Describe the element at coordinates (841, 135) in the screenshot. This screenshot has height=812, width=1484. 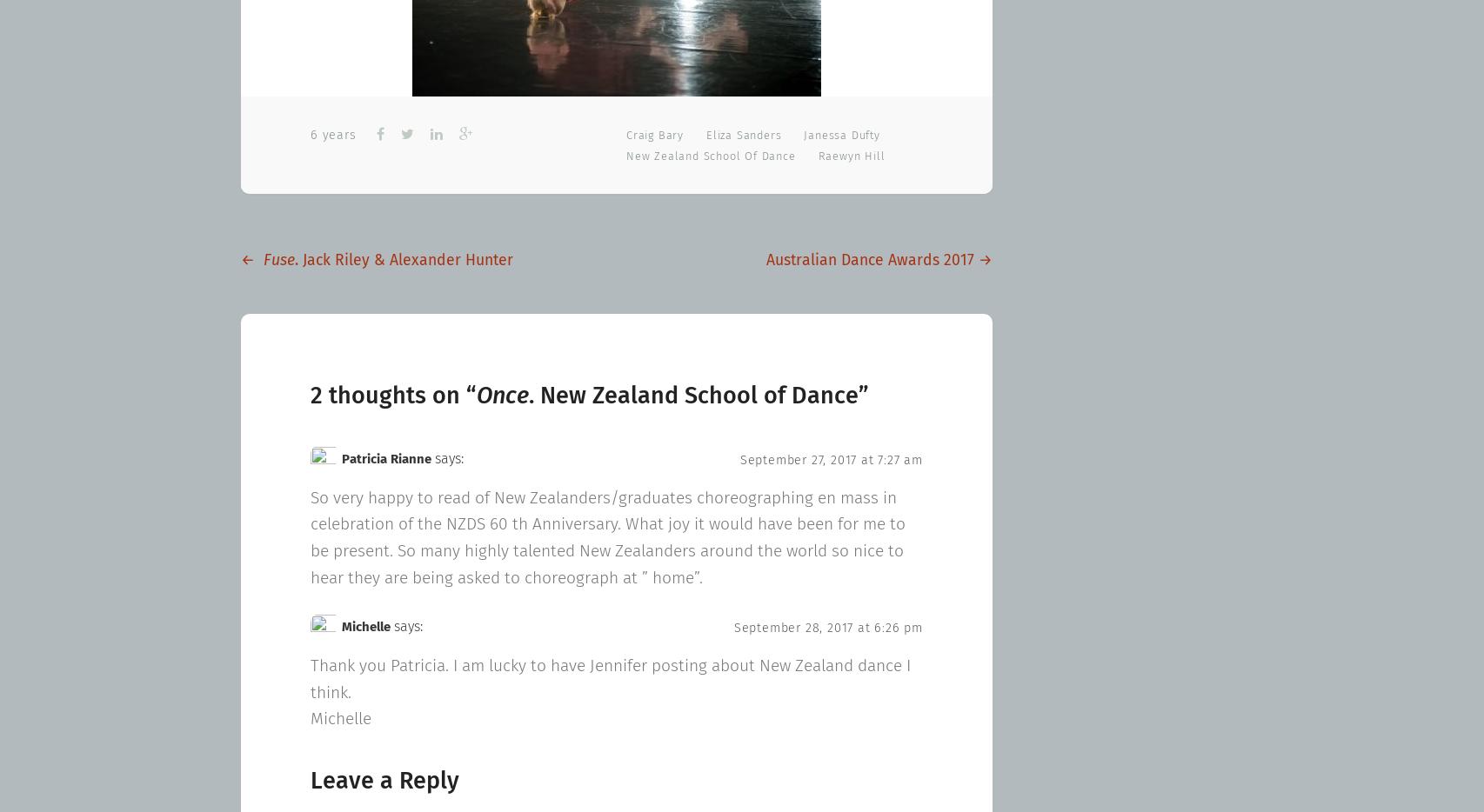
I see `'Janessa Dufty'` at that location.